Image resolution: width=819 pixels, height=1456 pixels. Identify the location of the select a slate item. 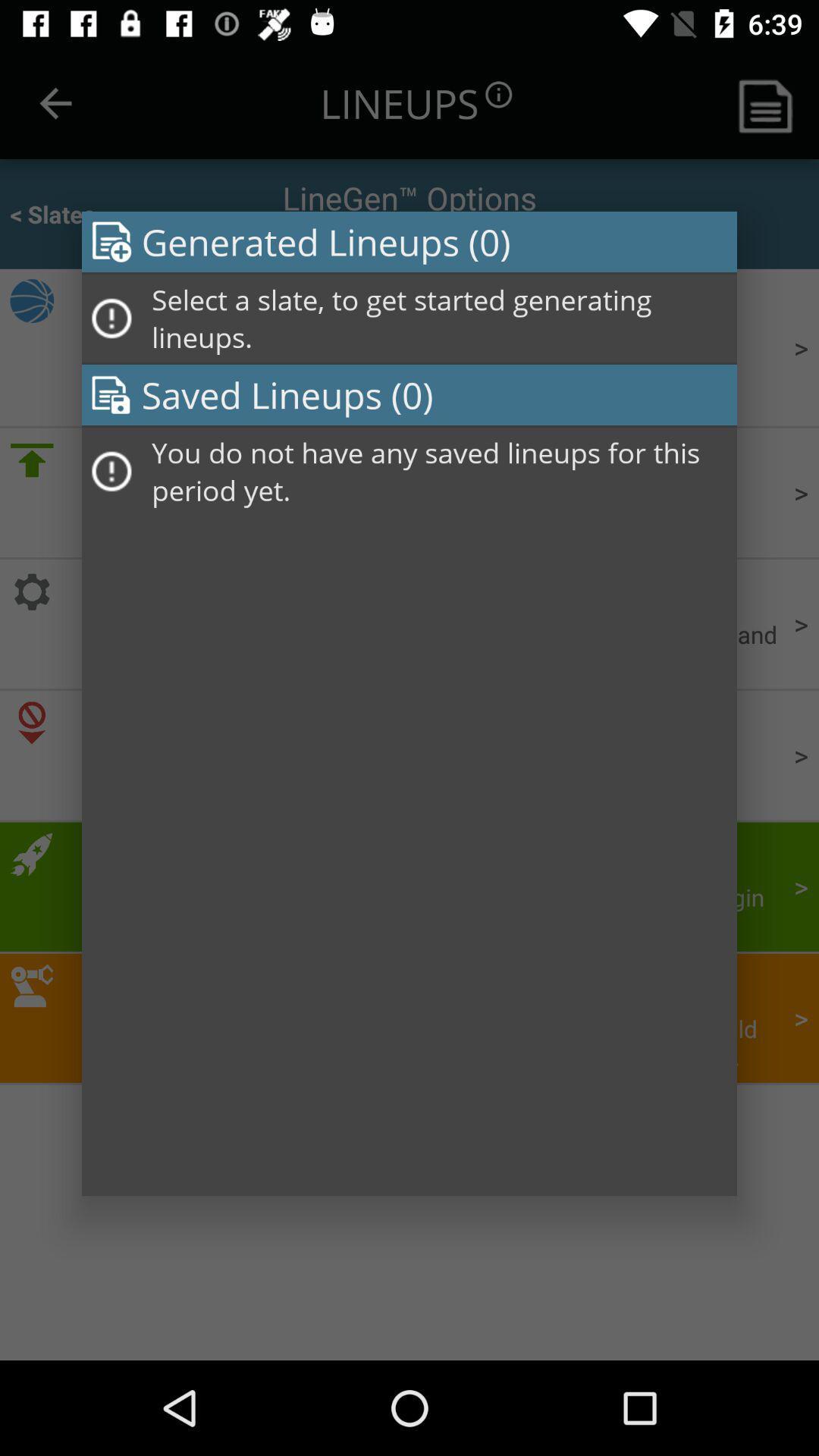
(439, 318).